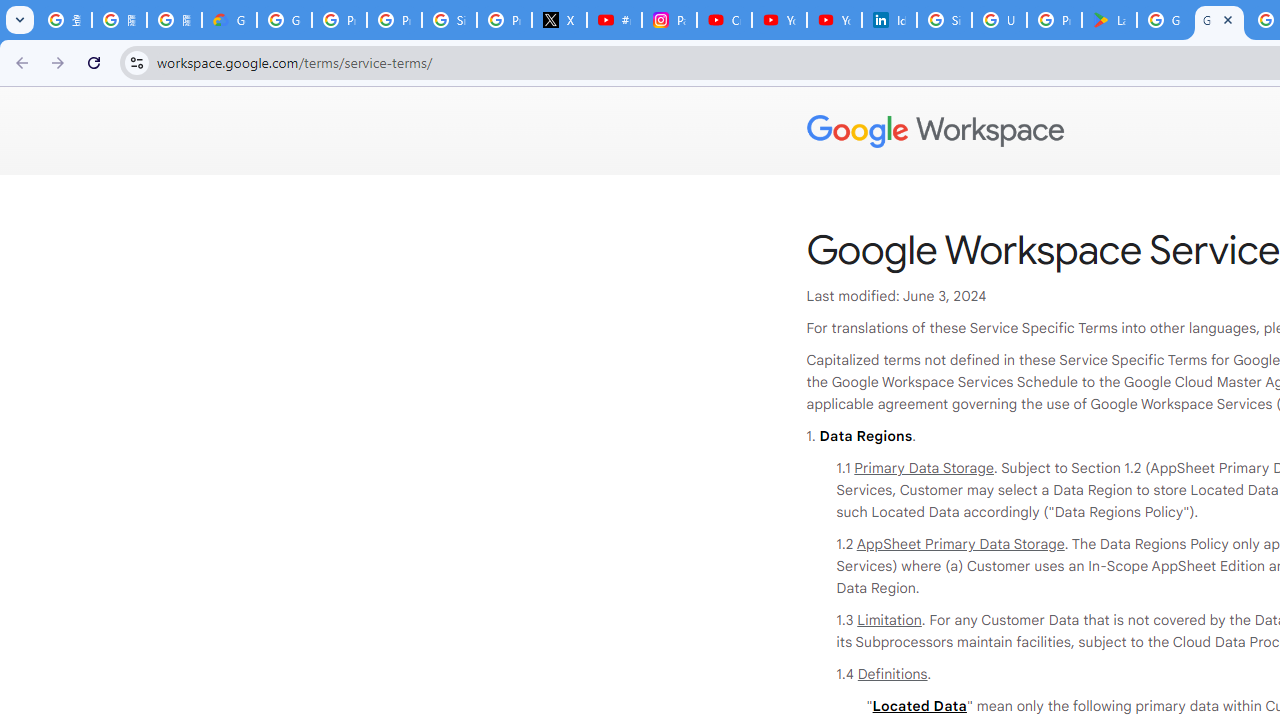 The width and height of the screenshot is (1280, 720). I want to click on 'Google Cloud Privacy Notice', so click(229, 20).